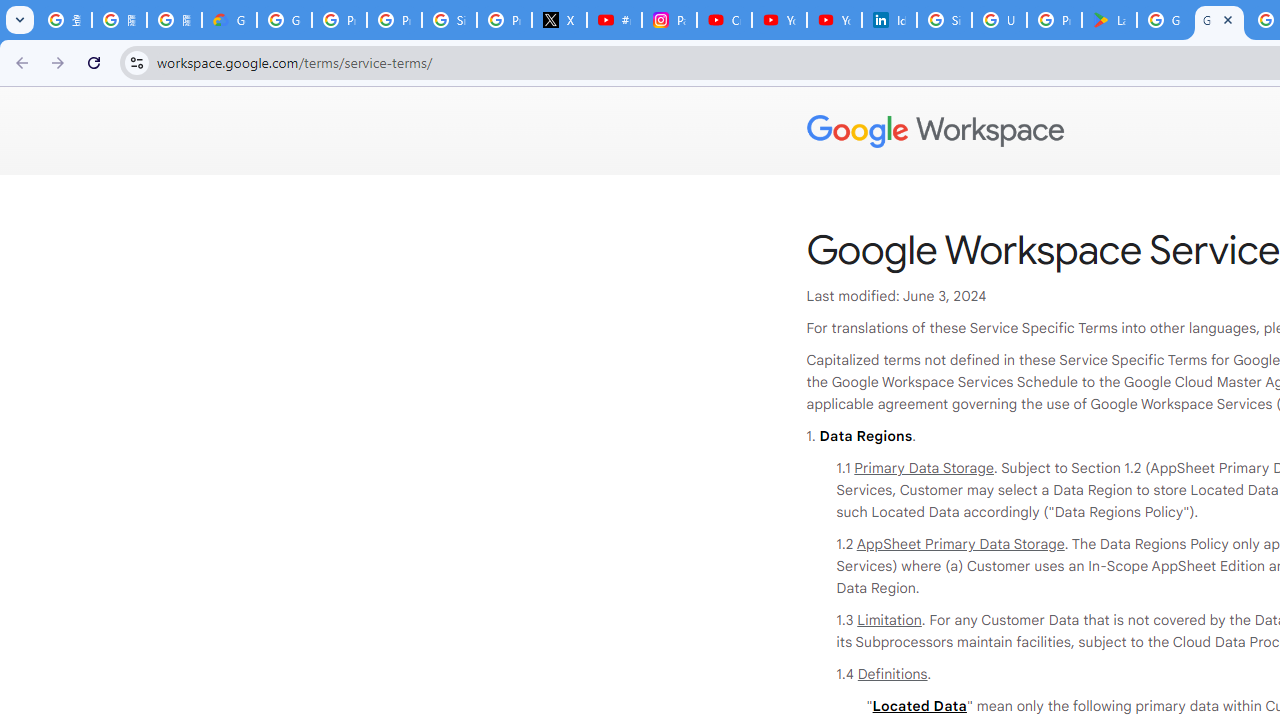 The width and height of the screenshot is (1280, 720). I want to click on 'Google Cloud Privacy Notice', so click(229, 20).